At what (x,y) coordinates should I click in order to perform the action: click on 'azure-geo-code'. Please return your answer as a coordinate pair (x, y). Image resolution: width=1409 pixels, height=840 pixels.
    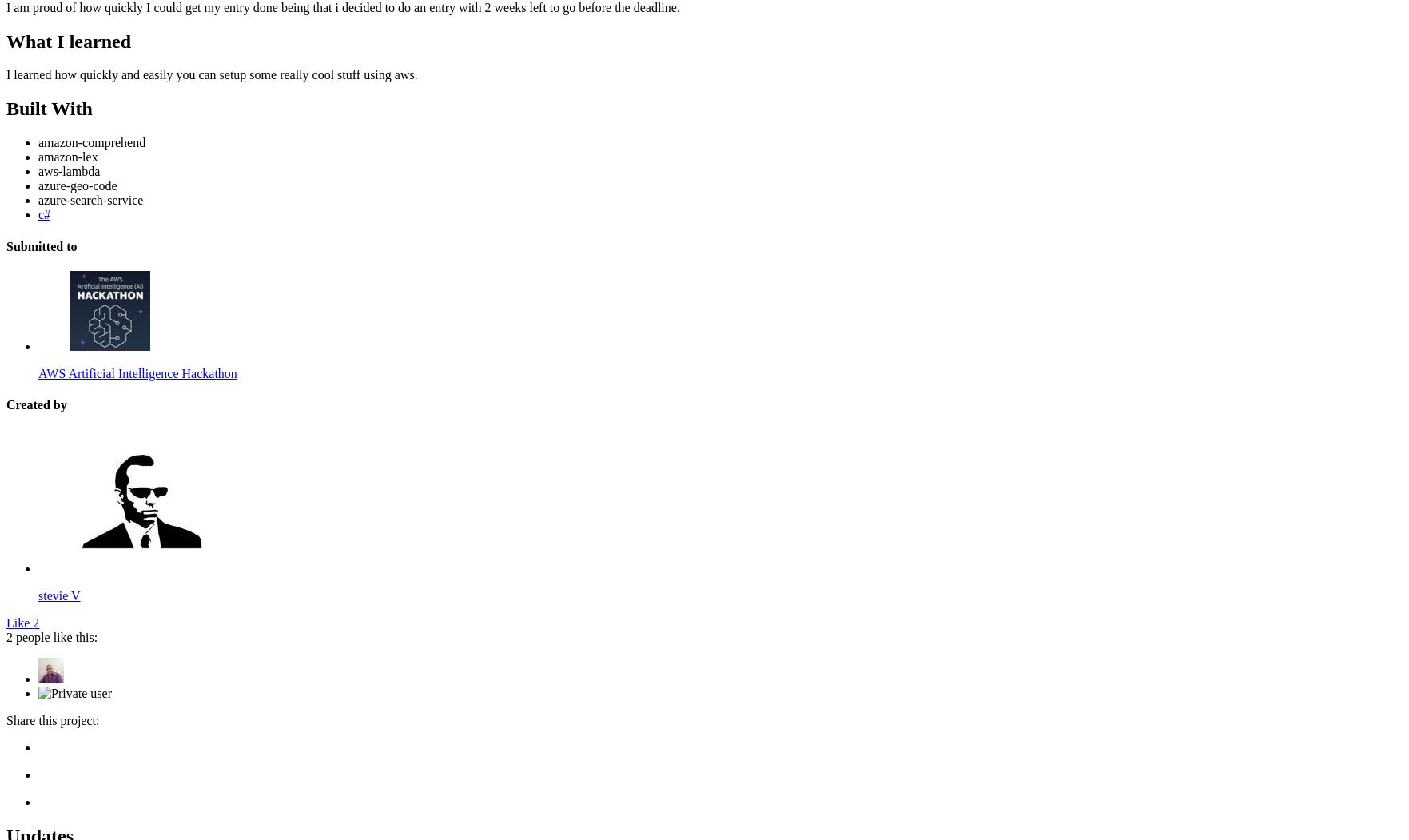
    Looking at the image, I should click on (77, 185).